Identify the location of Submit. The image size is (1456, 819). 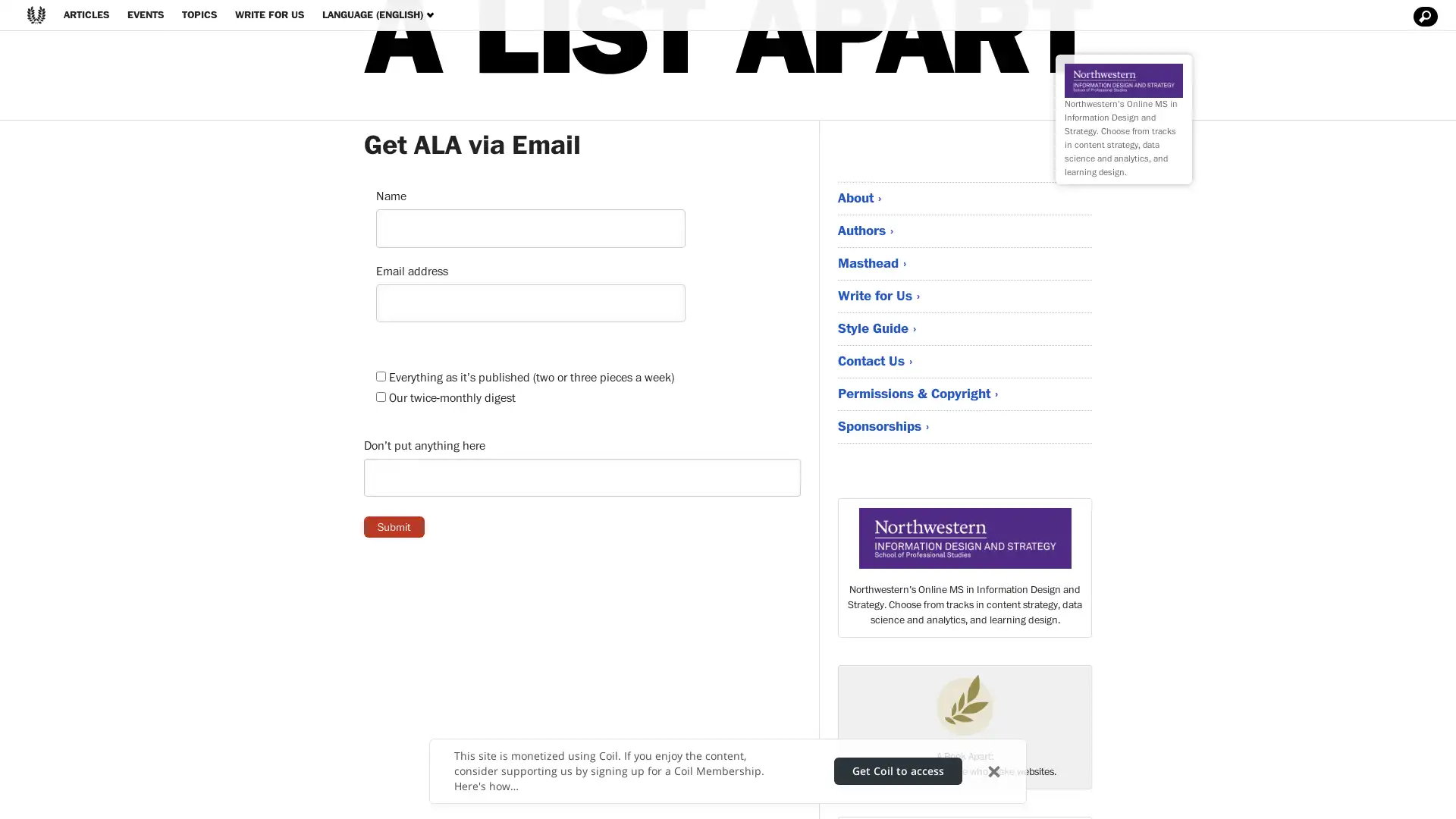
(394, 526).